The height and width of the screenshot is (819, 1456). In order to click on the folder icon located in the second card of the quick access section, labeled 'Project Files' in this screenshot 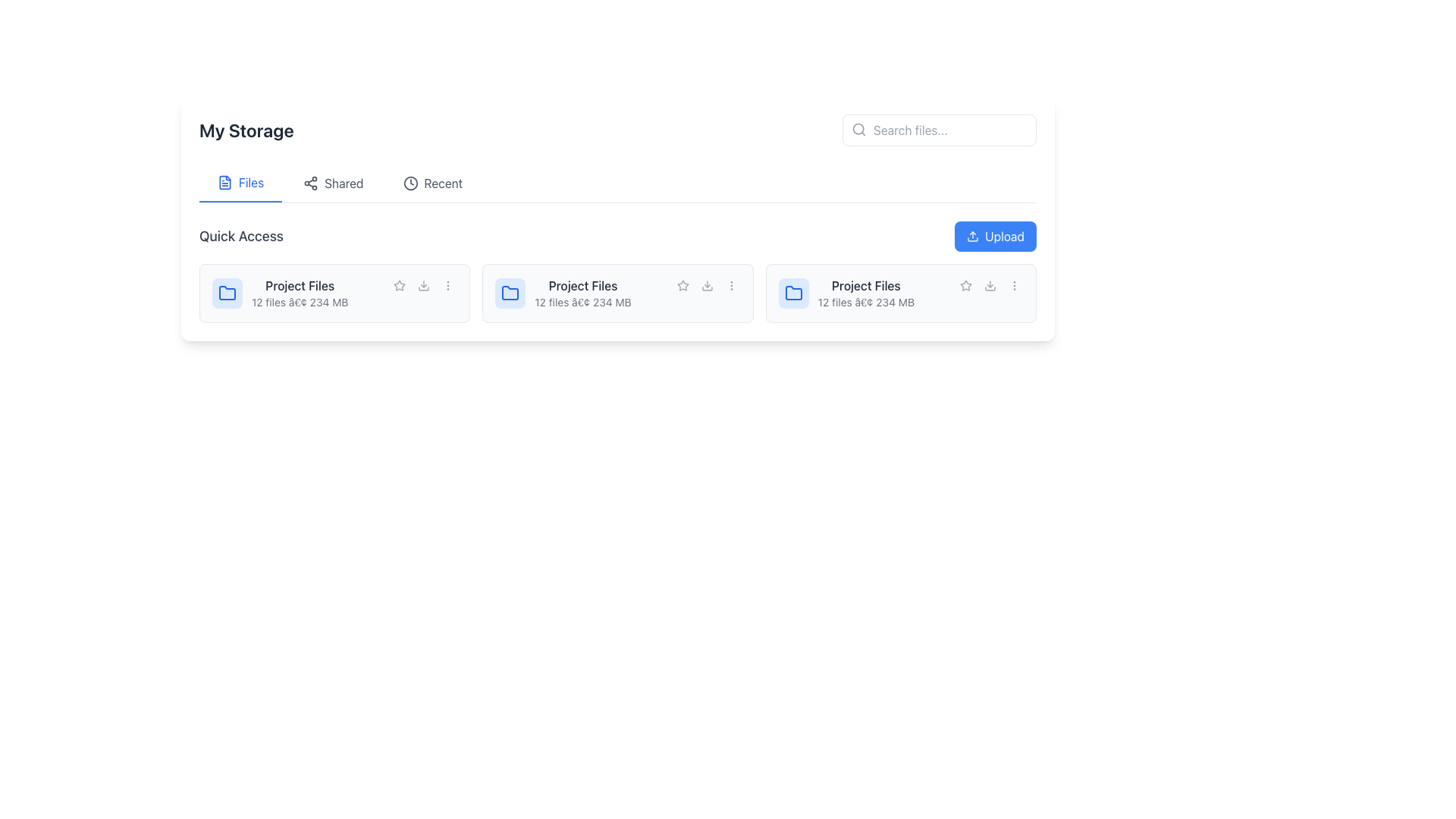, I will do `click(510, 293)`.